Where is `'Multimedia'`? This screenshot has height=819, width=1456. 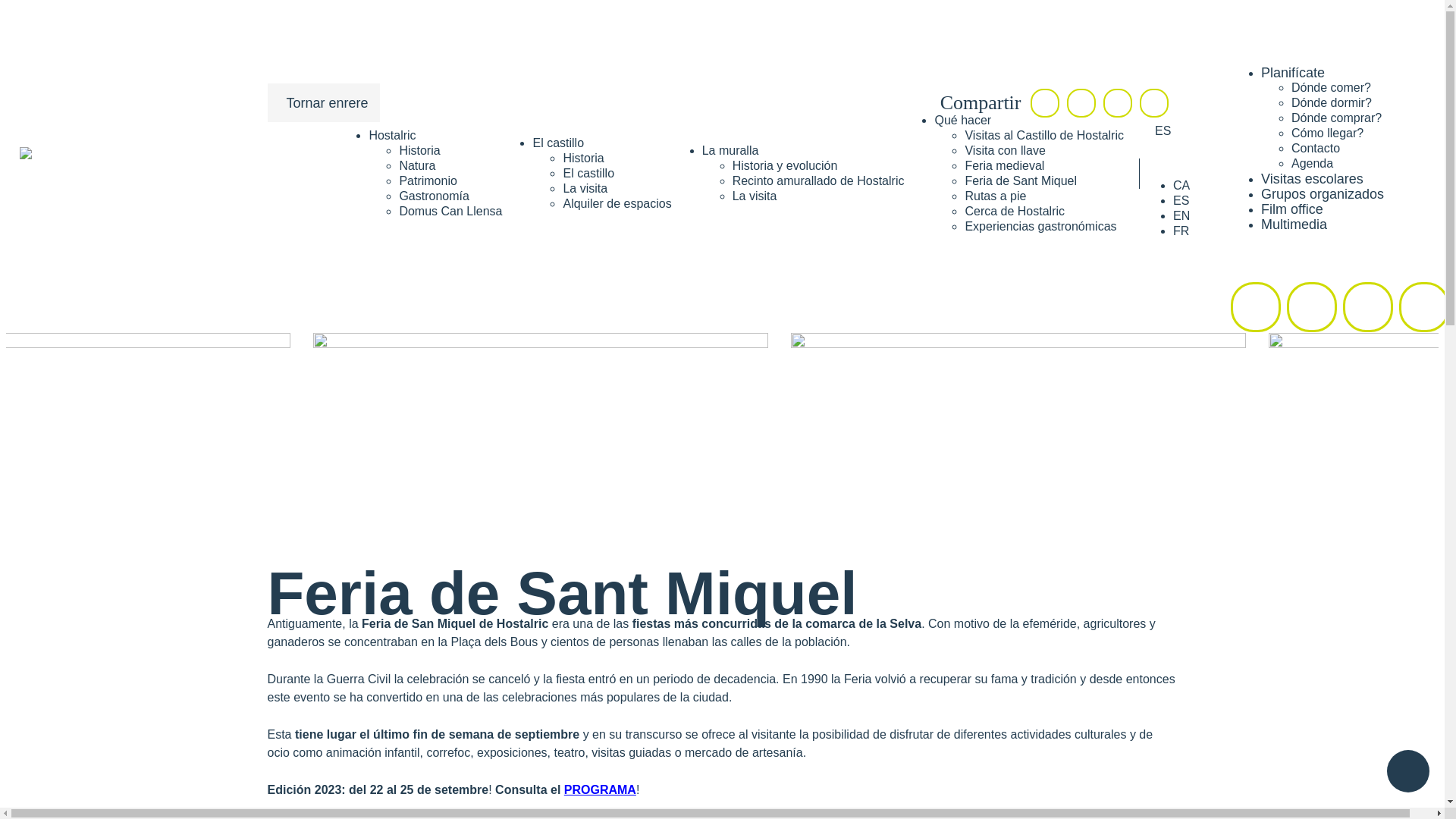 'Multimedia' is located at coordinates (1293, 224).